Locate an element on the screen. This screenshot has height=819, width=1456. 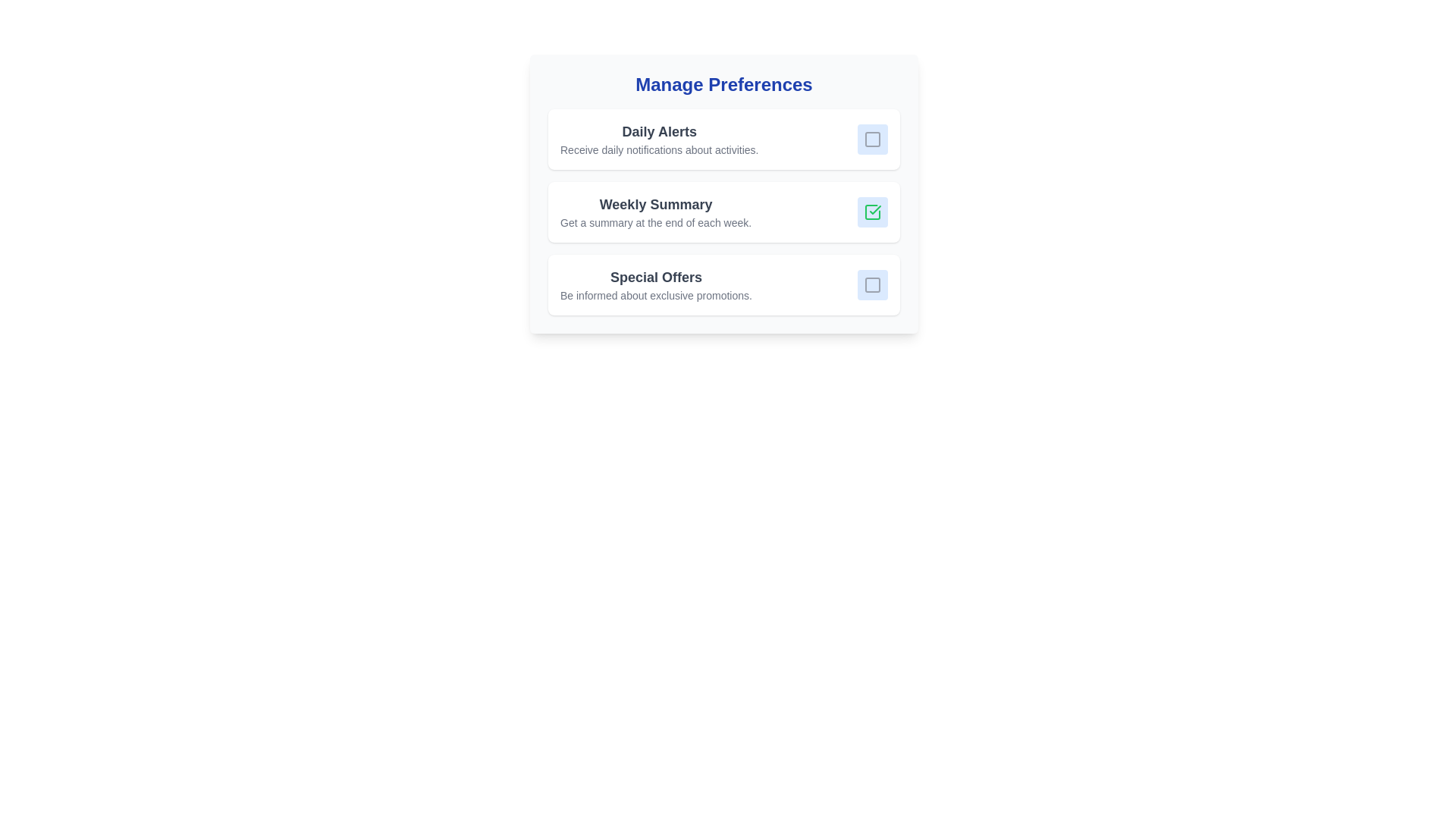
static text label that provides a description of the 'Weekly Summary' feature, located beneath the title 'Weekly Summary' in the 'Manage Preferences' section is located at coordinates (656, 222).